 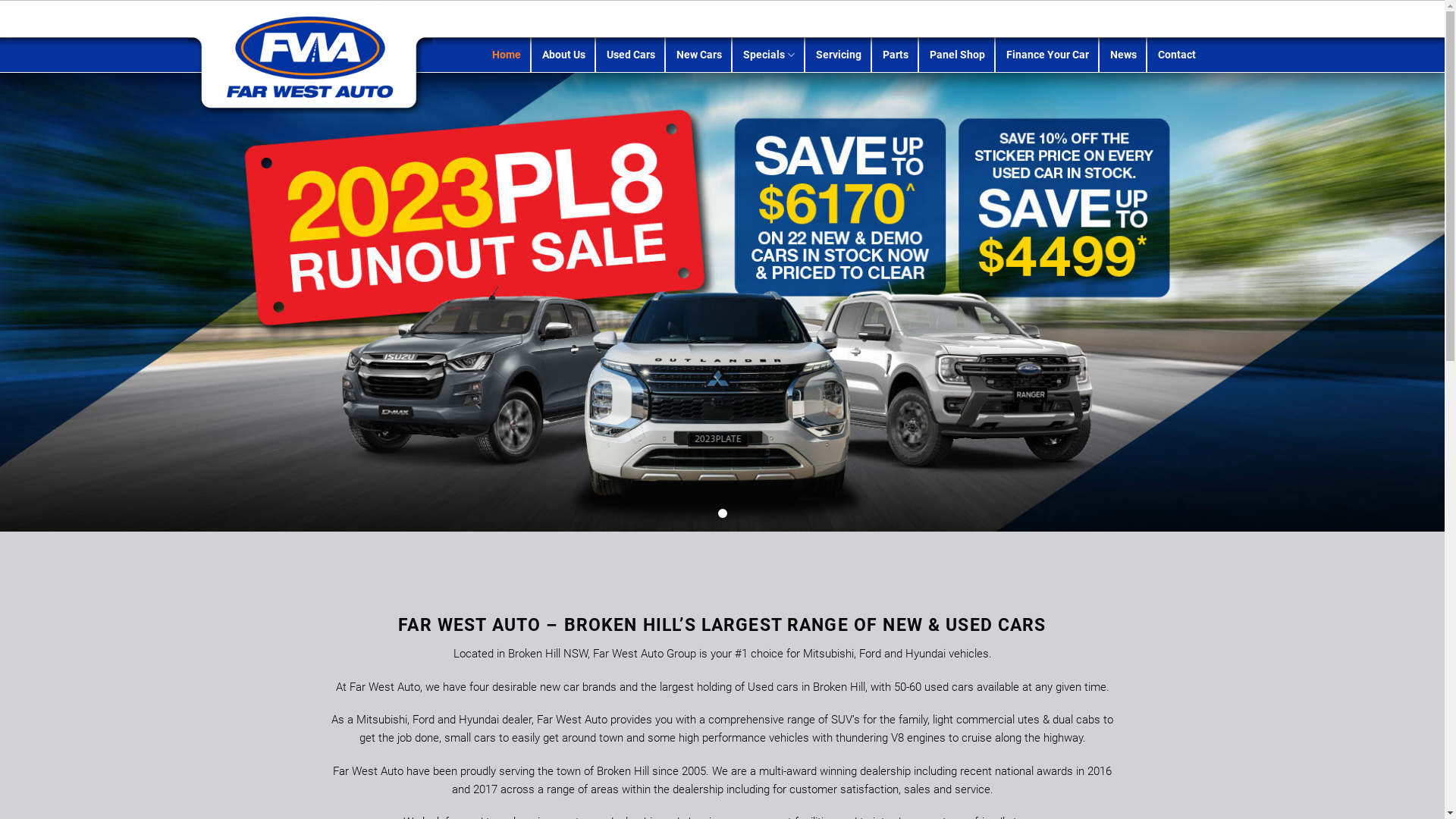 What do you see at coordinates (928, 54) in the screenshot?
I see `'Panel Shop'` at bounding box center [928, 54].